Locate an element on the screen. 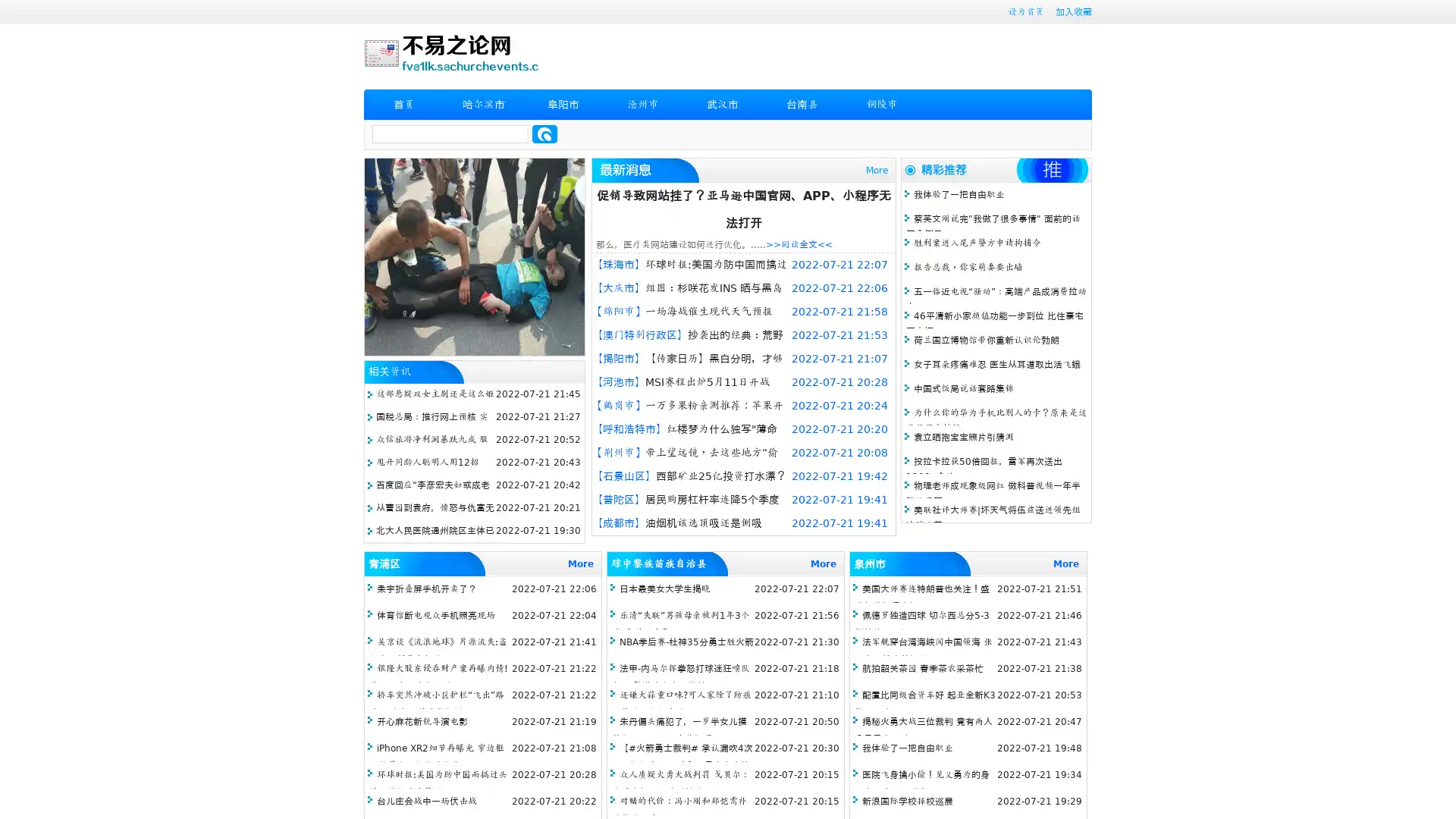 This screenshot has height=819, width=1456. Search is located at coordinates (544, 133).